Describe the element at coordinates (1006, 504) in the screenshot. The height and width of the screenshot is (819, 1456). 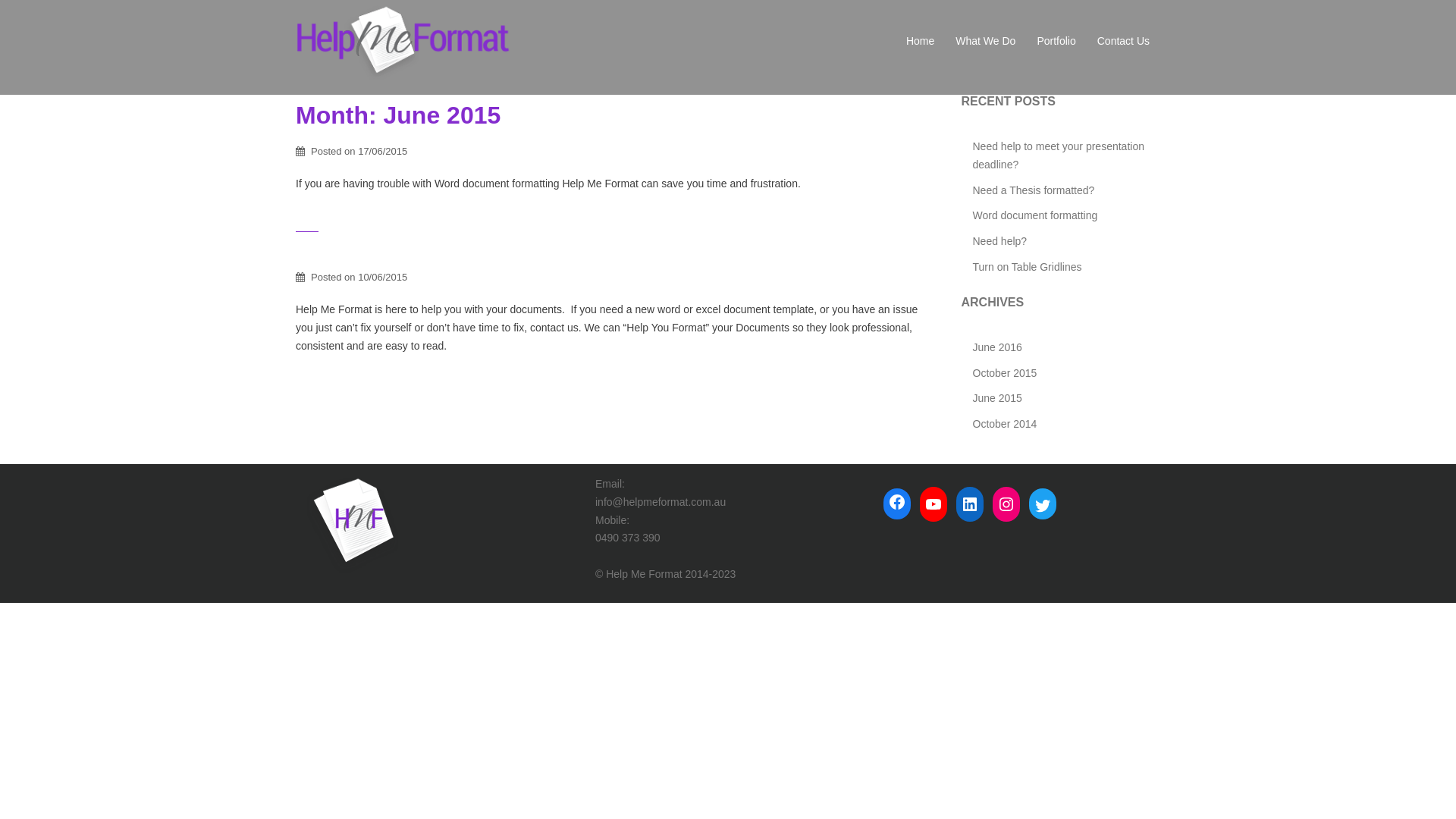
I see `'Instagram'` at that location.